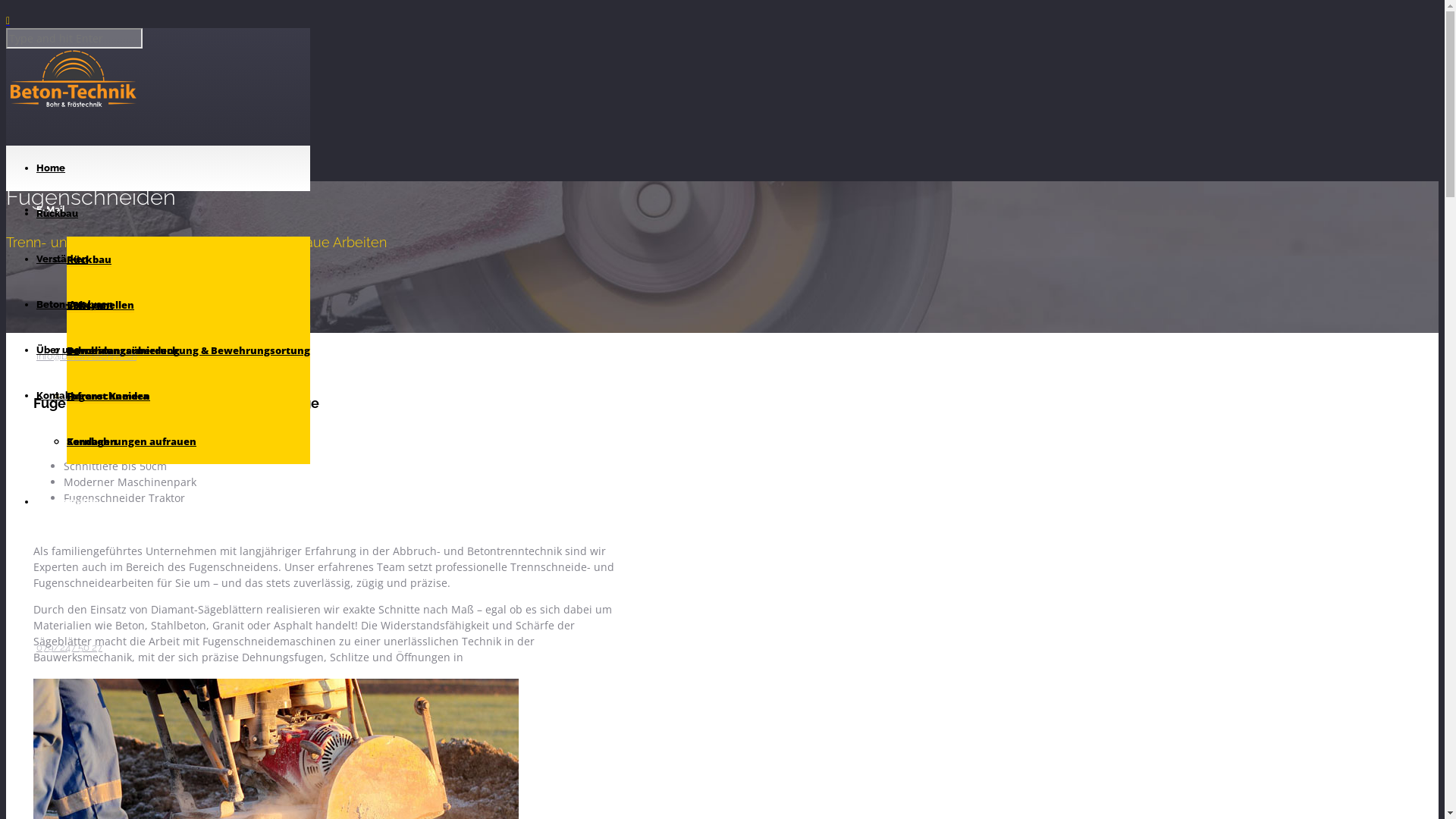 This screenshot has height=819, width=1456. I want to click on 'Skip to Content', so click(43, 18).